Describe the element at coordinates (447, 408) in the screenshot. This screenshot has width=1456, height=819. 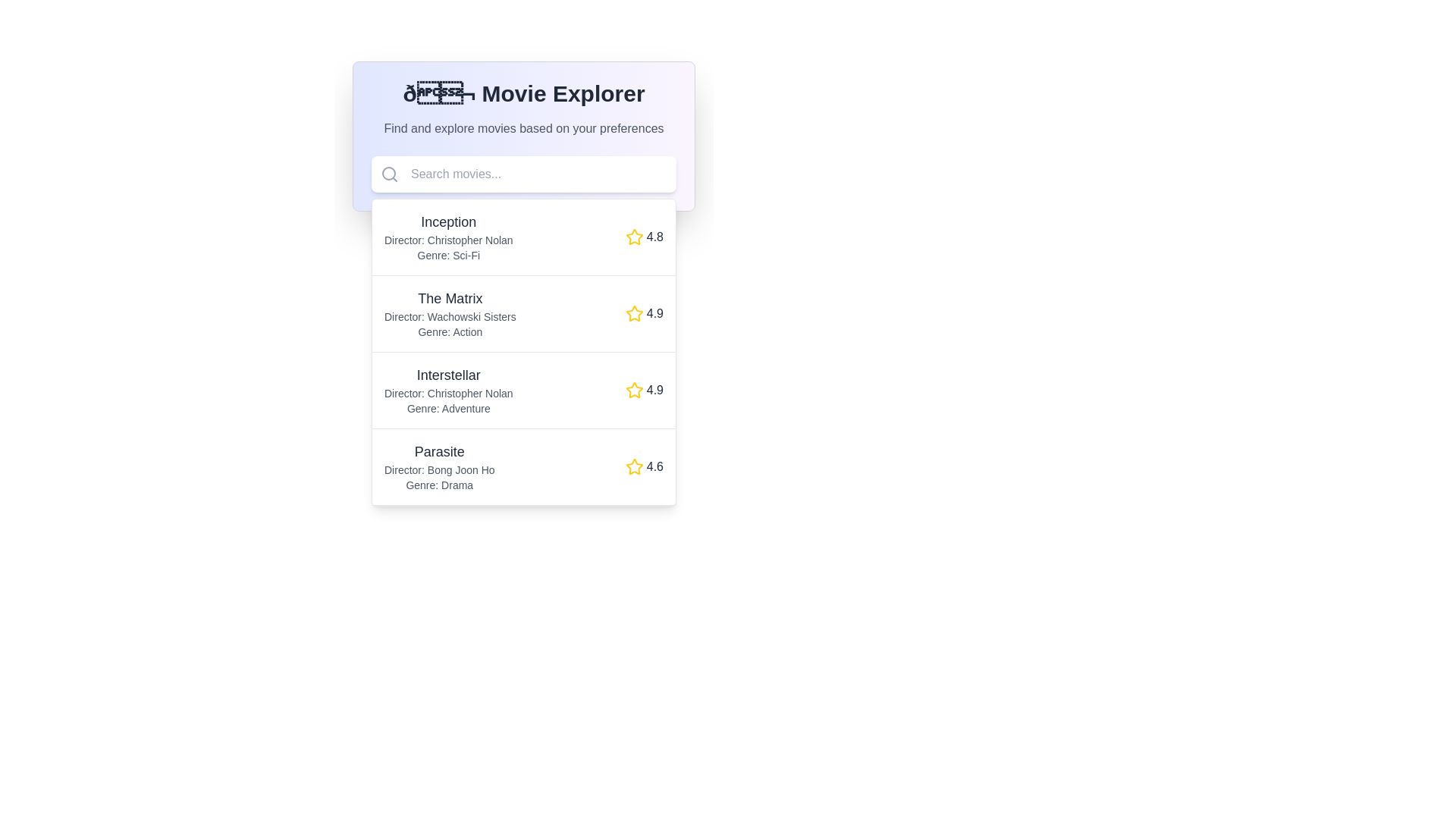
I see `the text label indicating the genre of the movie 'Adventure', which is located directly below 'Director: Christopher Nolan' in the third entry of the movie list` at that location.